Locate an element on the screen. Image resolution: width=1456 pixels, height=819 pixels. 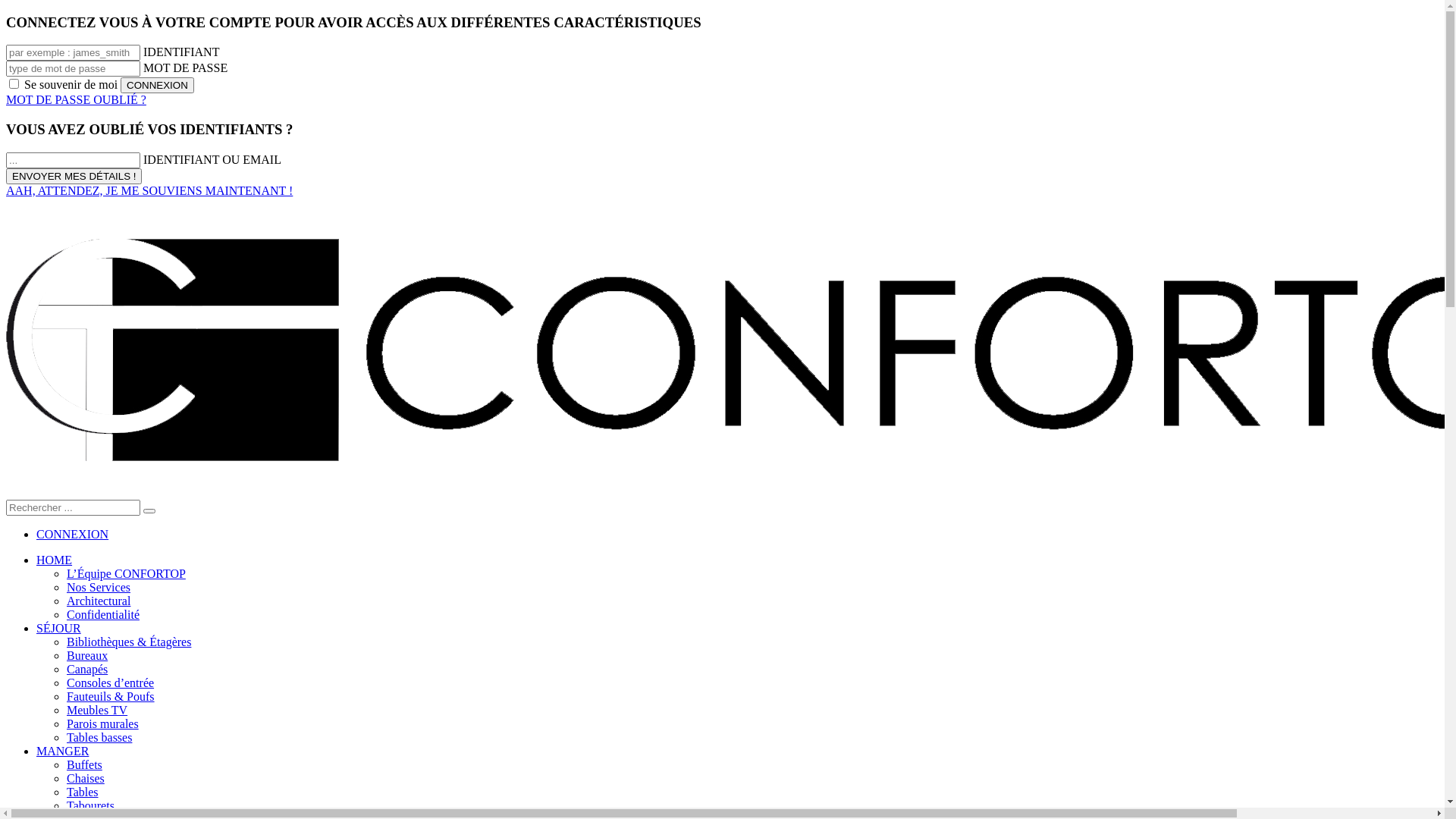
'Meubles TV' is located at coordinates (96, 710).